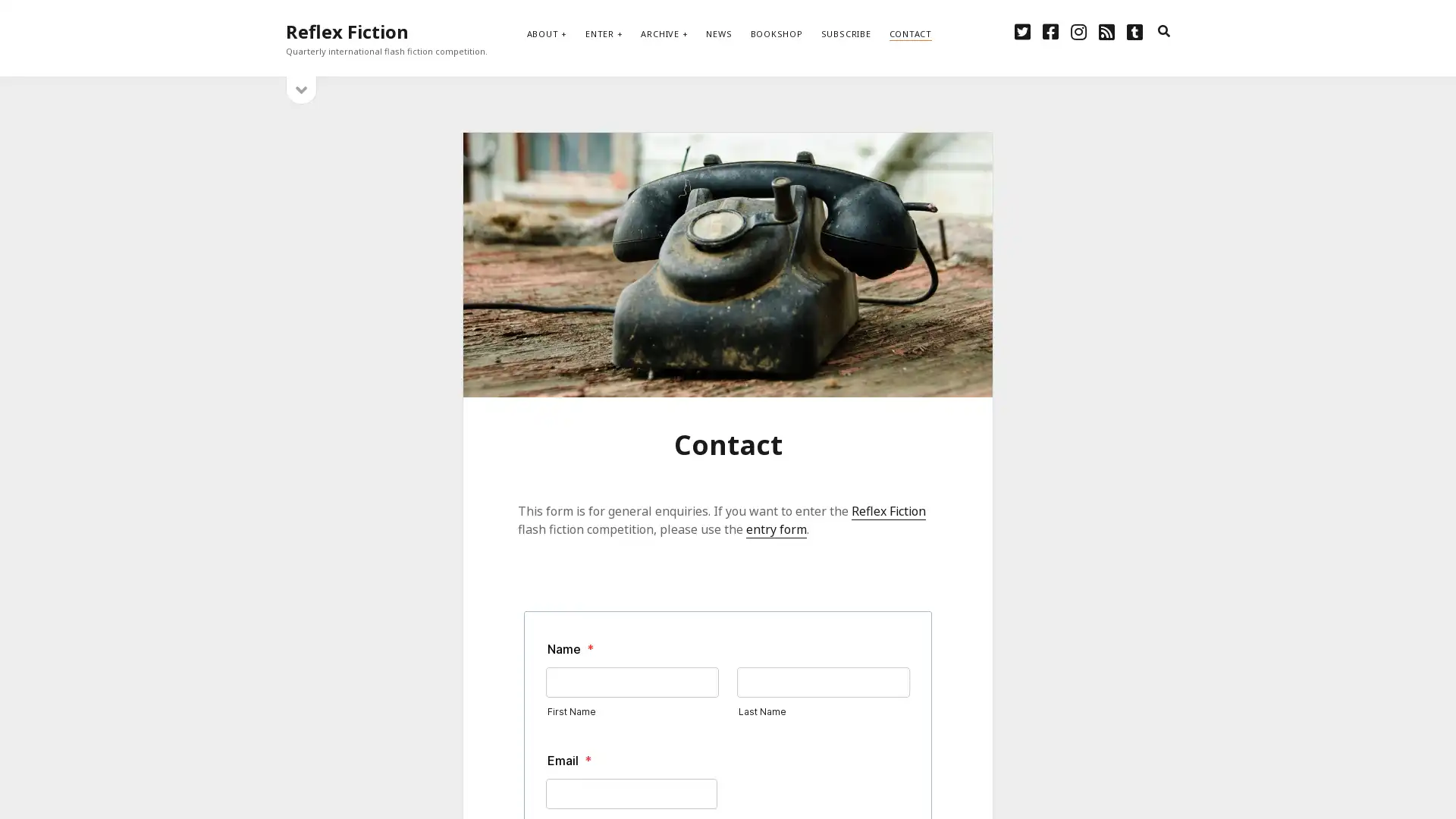 The height and width of the screenshot is (819, 1456). I want to click on open sidebar, so click(300, 90).